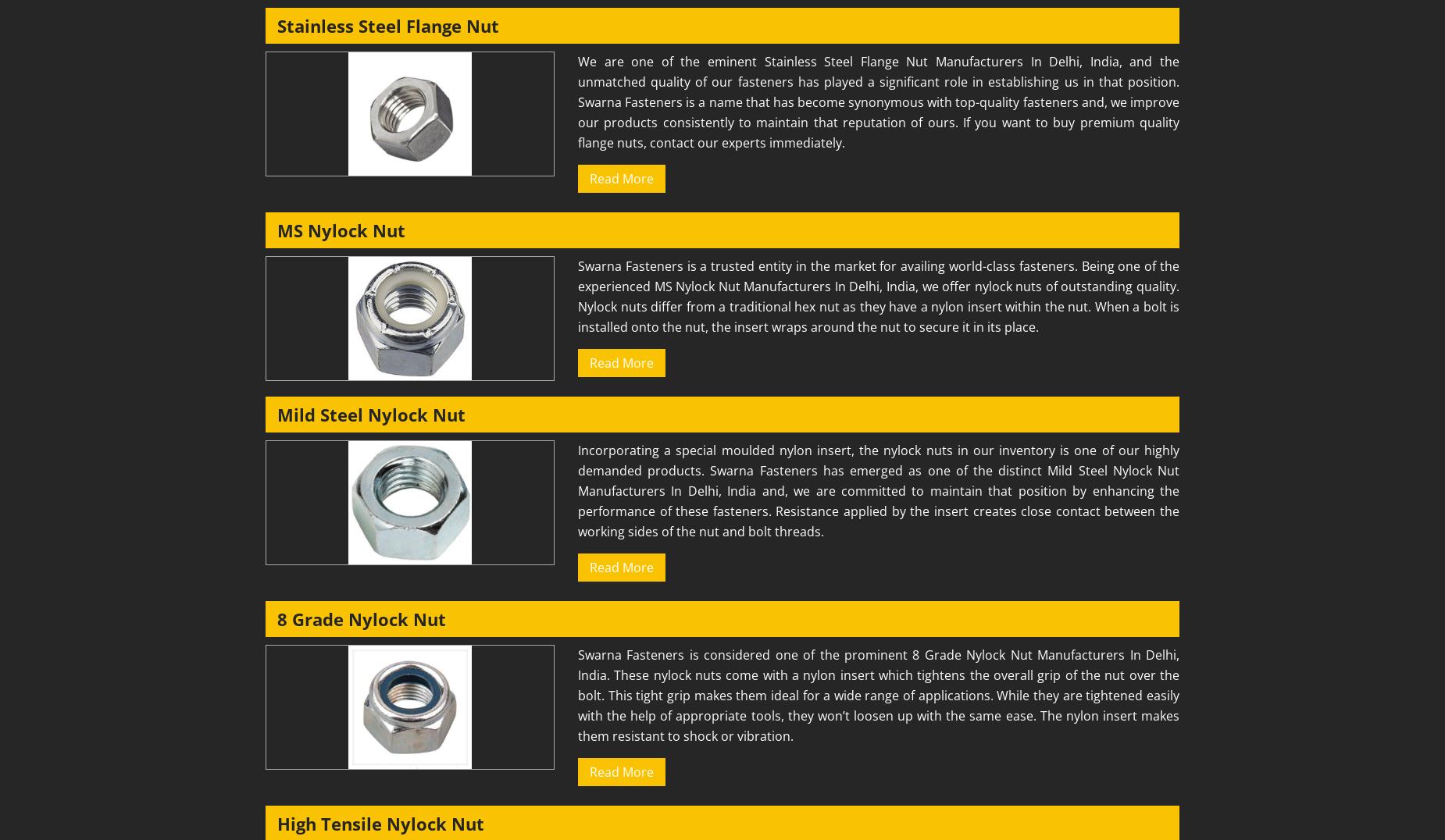  Describe the element at coordinates (578, 296) in the screenshot. I see `'Swarna Fasteners is a trusted entity in the market for availing world-class fasteners. Being one of the experienced MS Nylock Nut Manufacturers In Delhi, India, we offer nylock nuts of outstanding quality. Nylock nuts differ from a traditional hex nut as they have a nylon insert within the nut. When a bolt is installed onto the nut, the insert wraps around the nut to secure it in its place.'` at that location.